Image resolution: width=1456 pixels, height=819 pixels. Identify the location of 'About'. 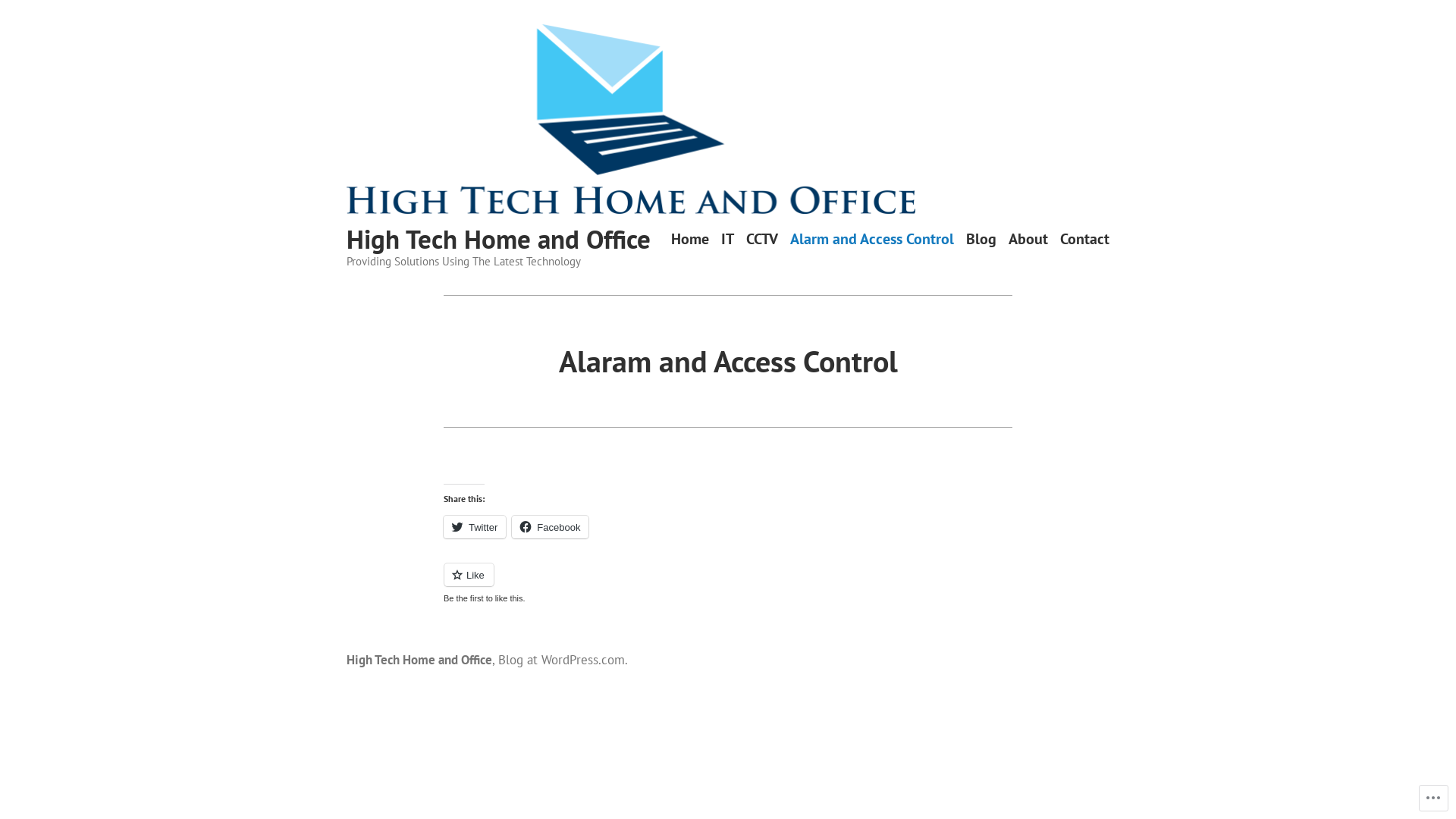
(1008, 239).